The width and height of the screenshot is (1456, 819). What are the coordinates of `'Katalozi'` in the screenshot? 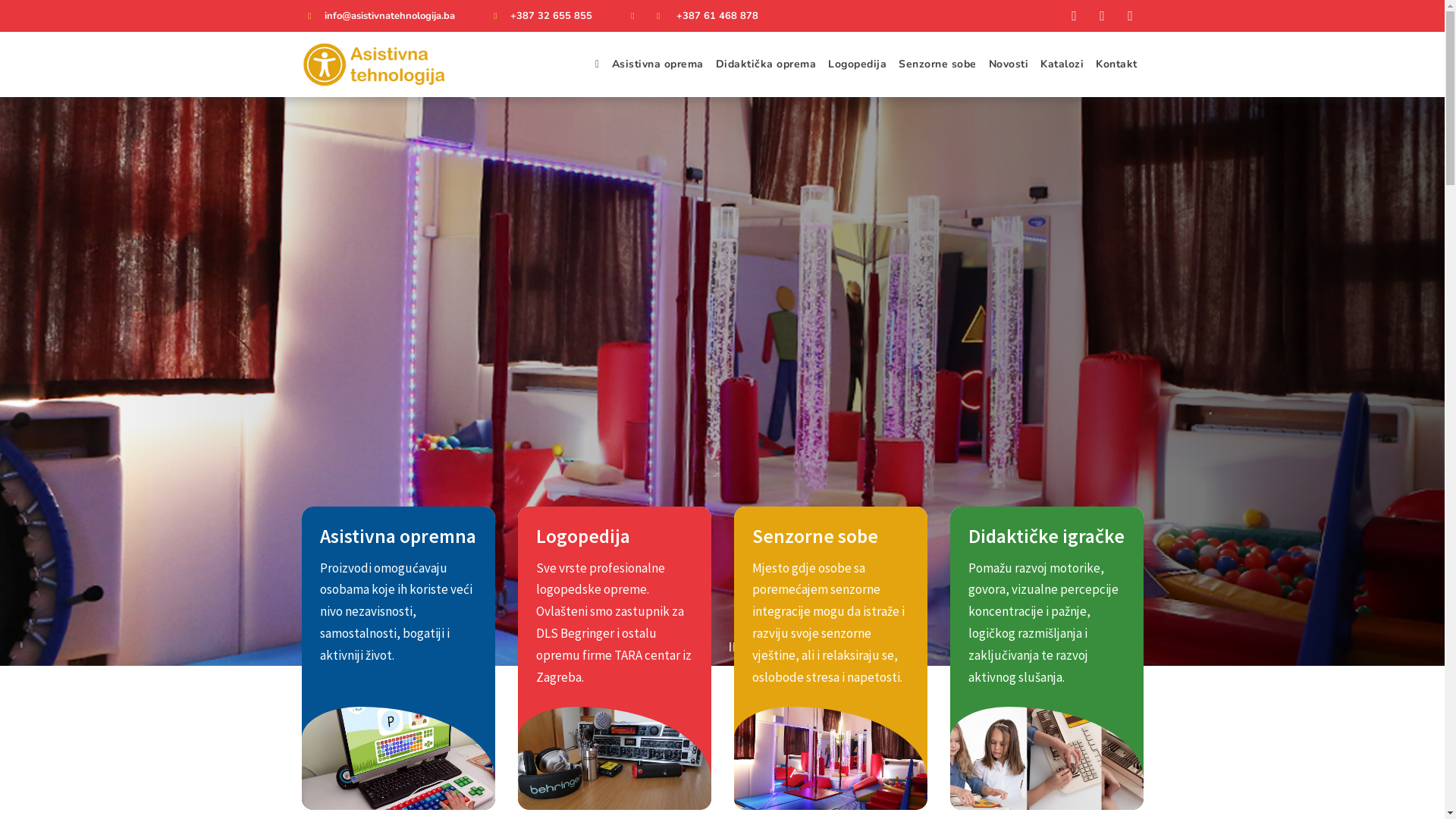 It's located at (1033, 63).